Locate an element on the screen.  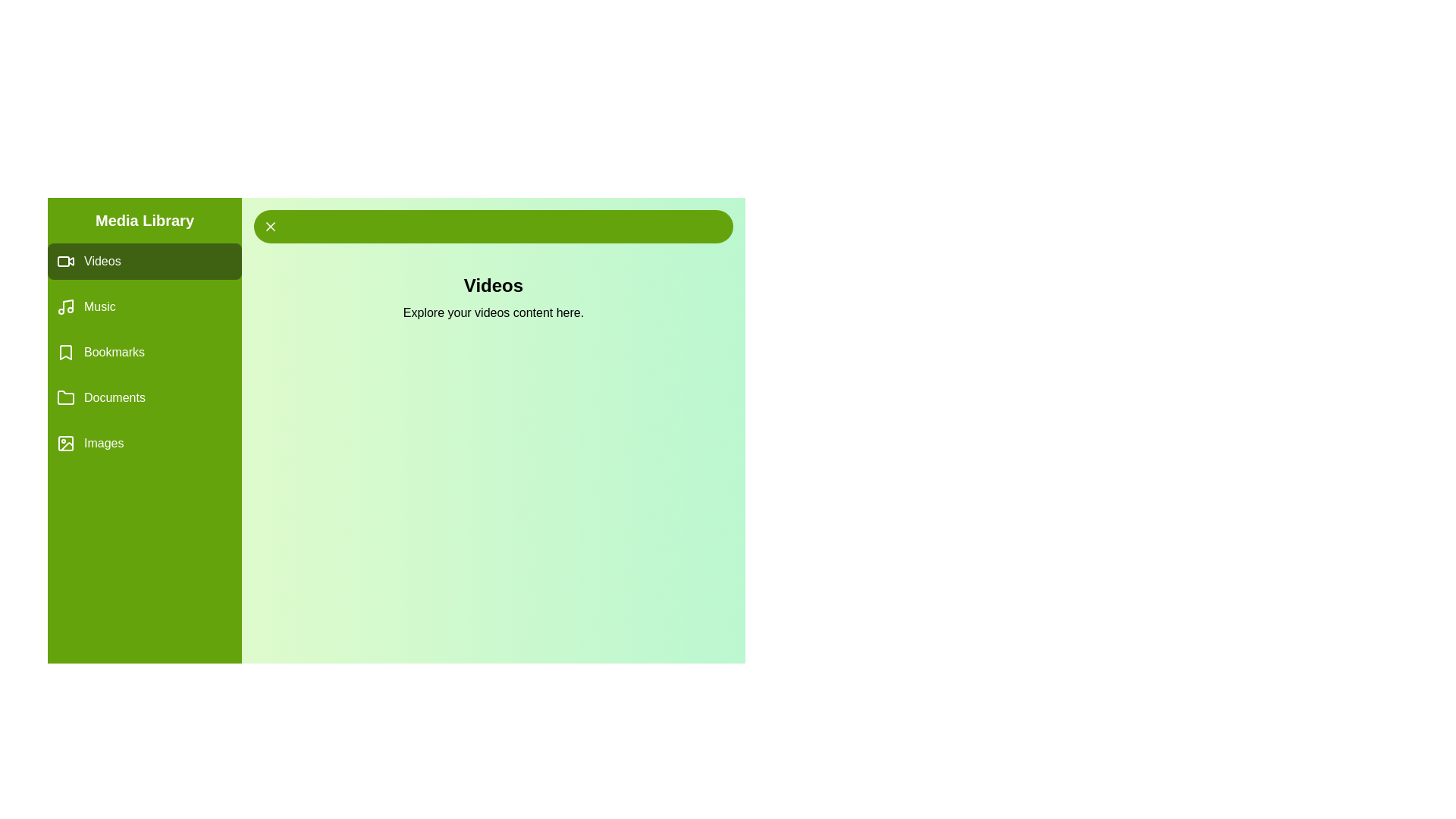
the toggle button to change the drawer's state is located at coordinates (494, 227).